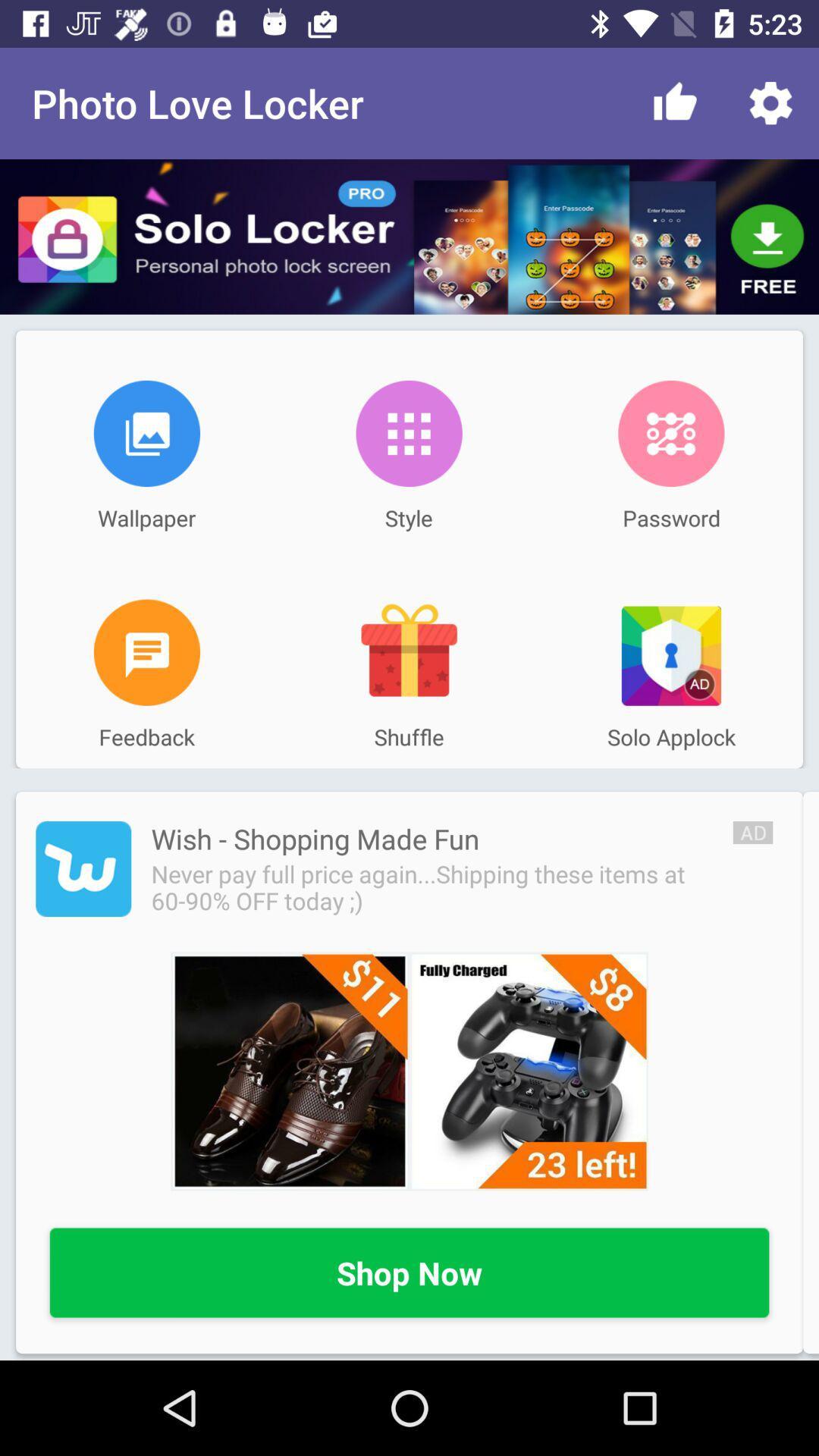 Image resolution: width=819 pixels, height=1456 pixels. Describe the element at coordinates (409, 1070) in the screenshot. I see `wish advertisement` at that location.